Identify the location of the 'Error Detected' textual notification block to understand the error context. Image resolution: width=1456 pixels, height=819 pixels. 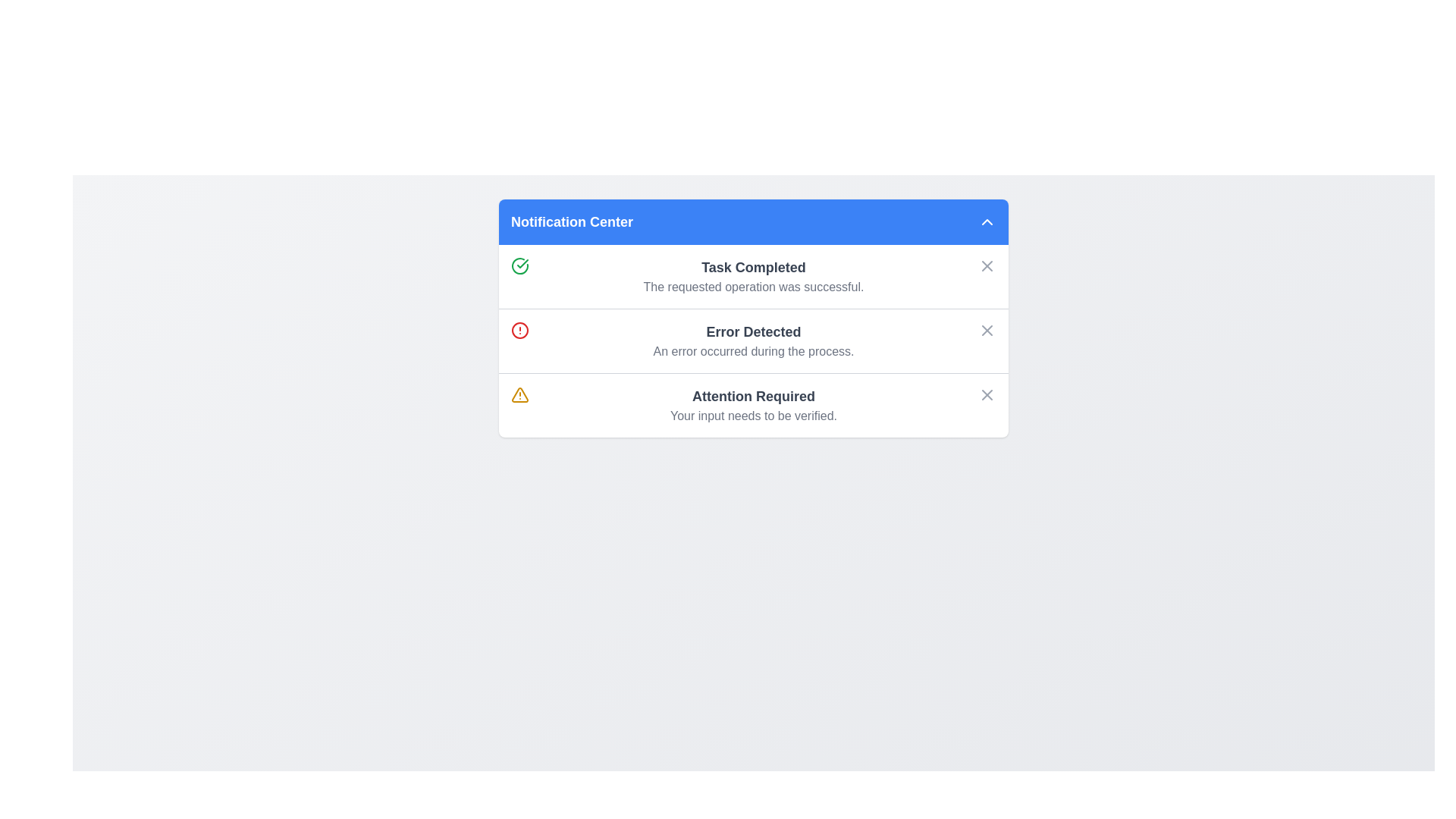
(753, 341).